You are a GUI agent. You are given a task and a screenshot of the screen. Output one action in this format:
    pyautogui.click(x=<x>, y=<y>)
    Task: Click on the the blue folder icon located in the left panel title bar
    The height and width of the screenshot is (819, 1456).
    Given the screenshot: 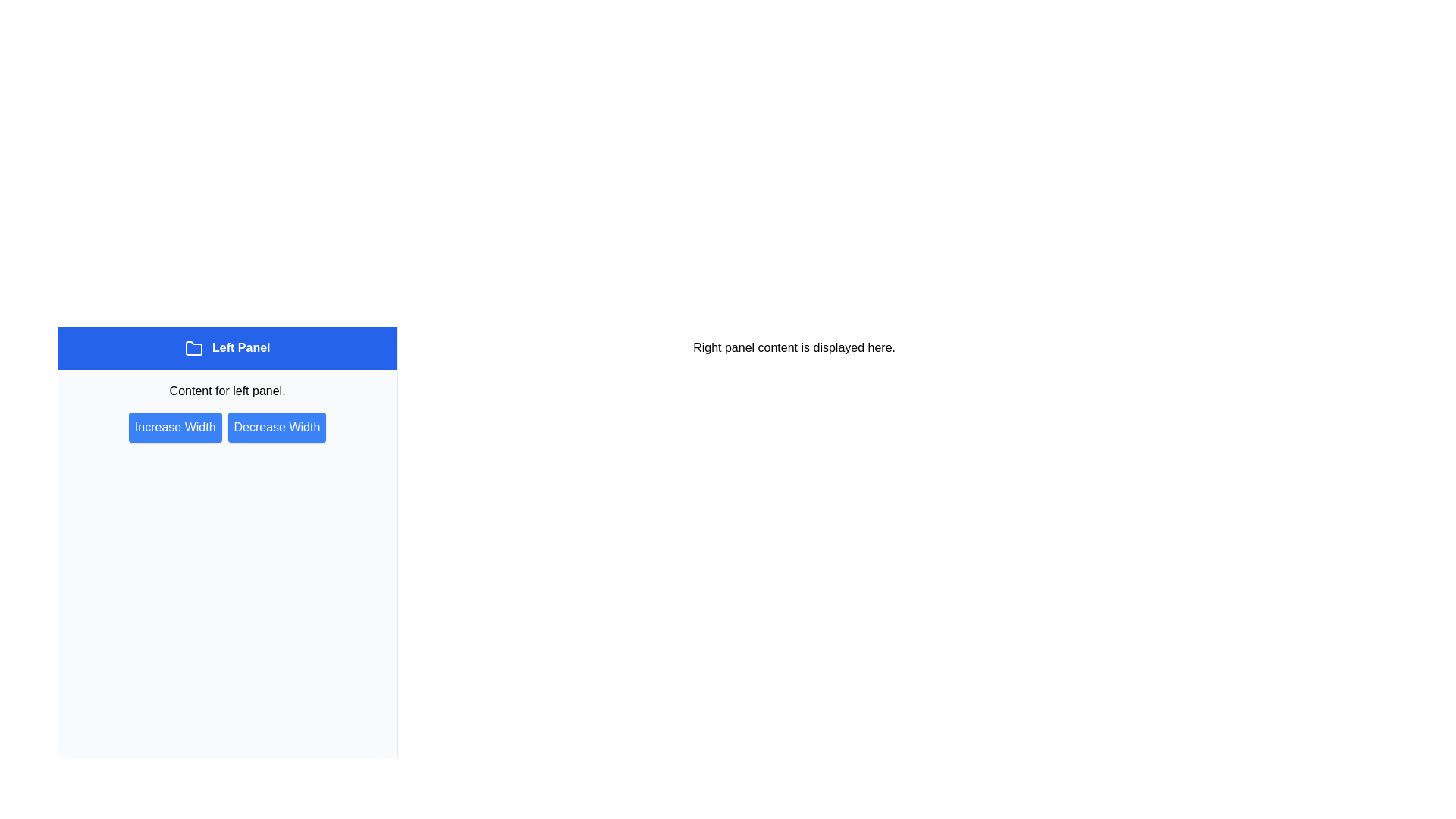 What is the action you would take?
    pyautogui.click(x=193, y=348)
    